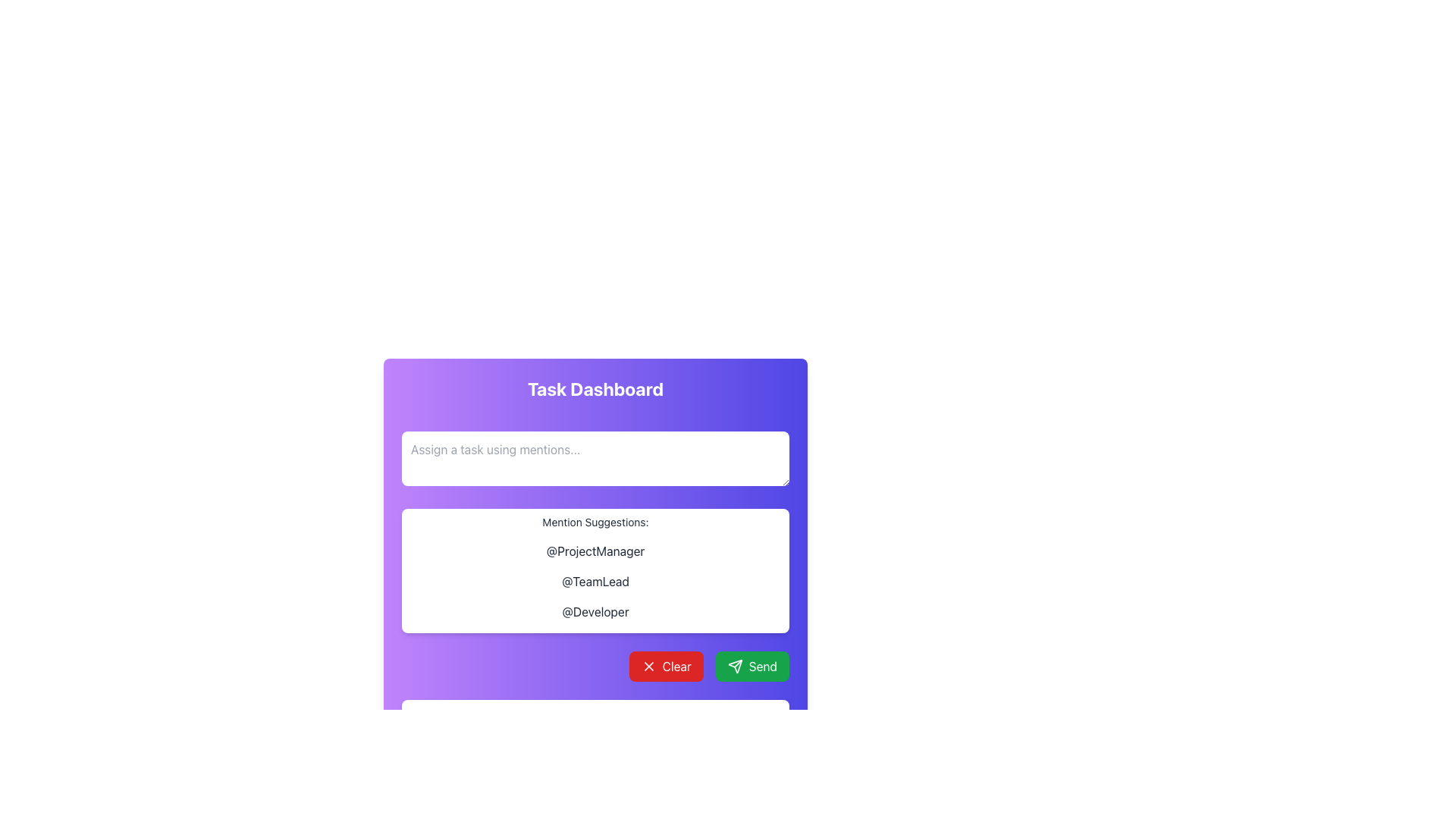 The width and height of the screenshot is (1456, 819). I want to click on the selectable mention option labeled '@TeamLead' in the 'Mention Suggestions' dropdown panel, so click(595, 581).